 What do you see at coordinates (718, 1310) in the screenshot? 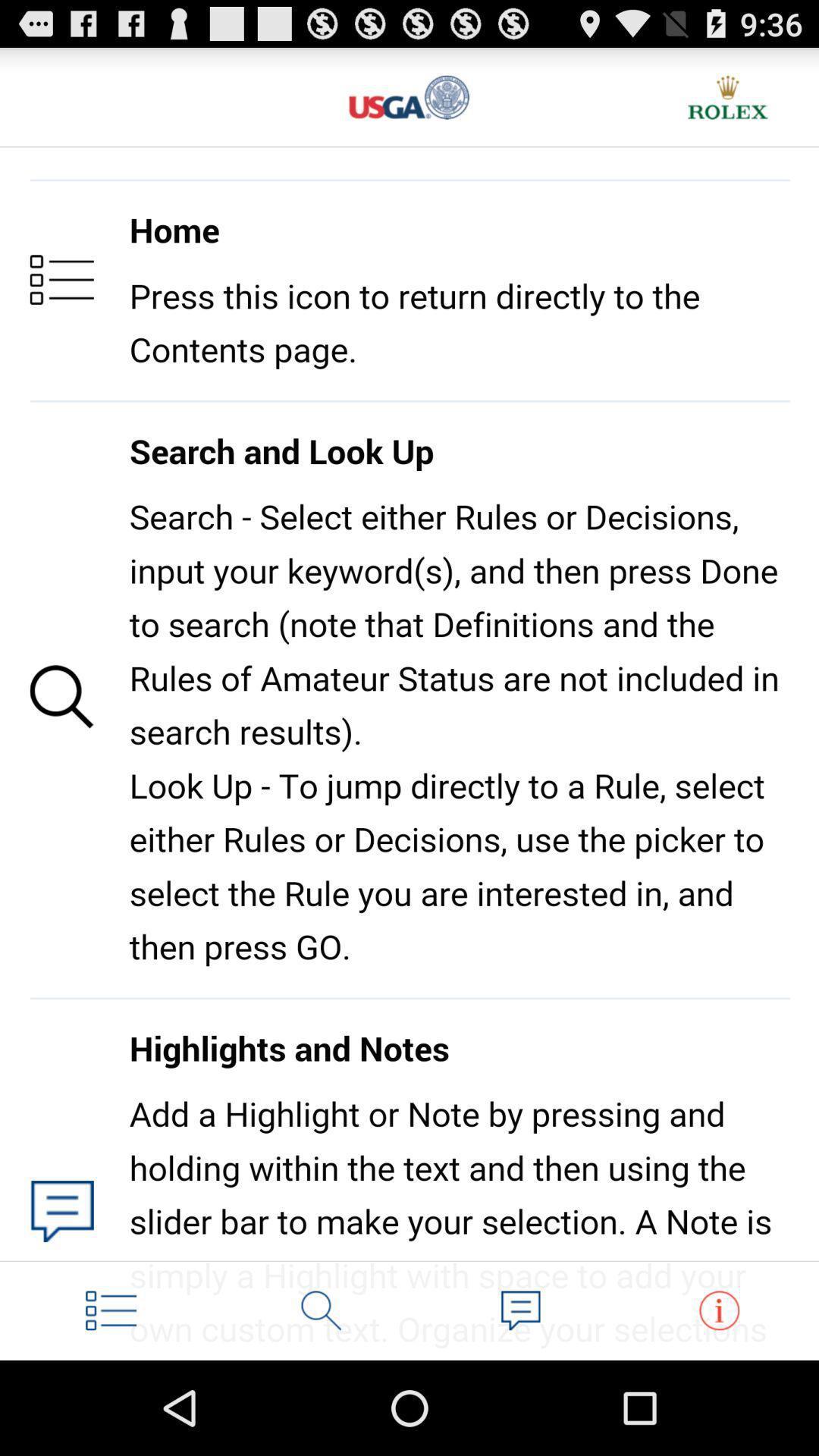
I see `click details` at bounding box center [718, 1310].